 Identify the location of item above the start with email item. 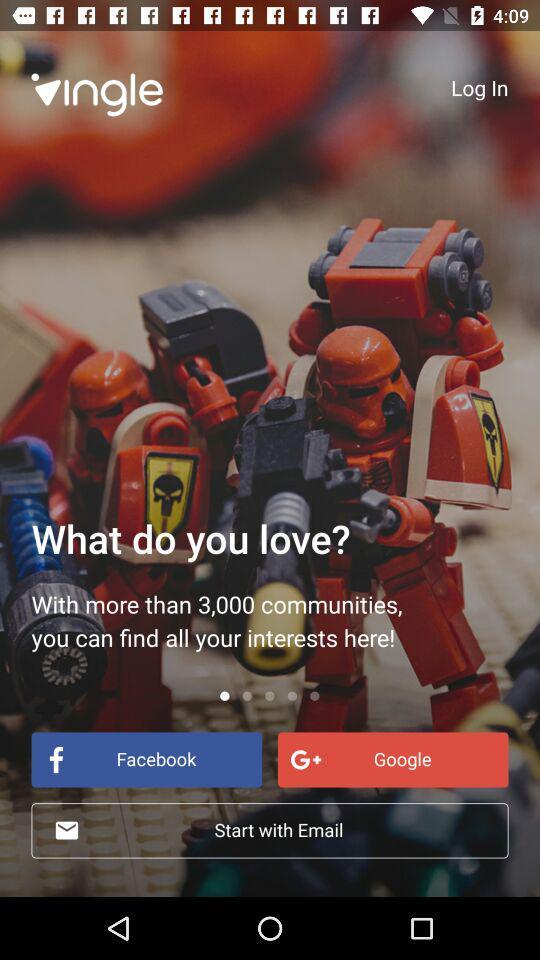
(145, 758).